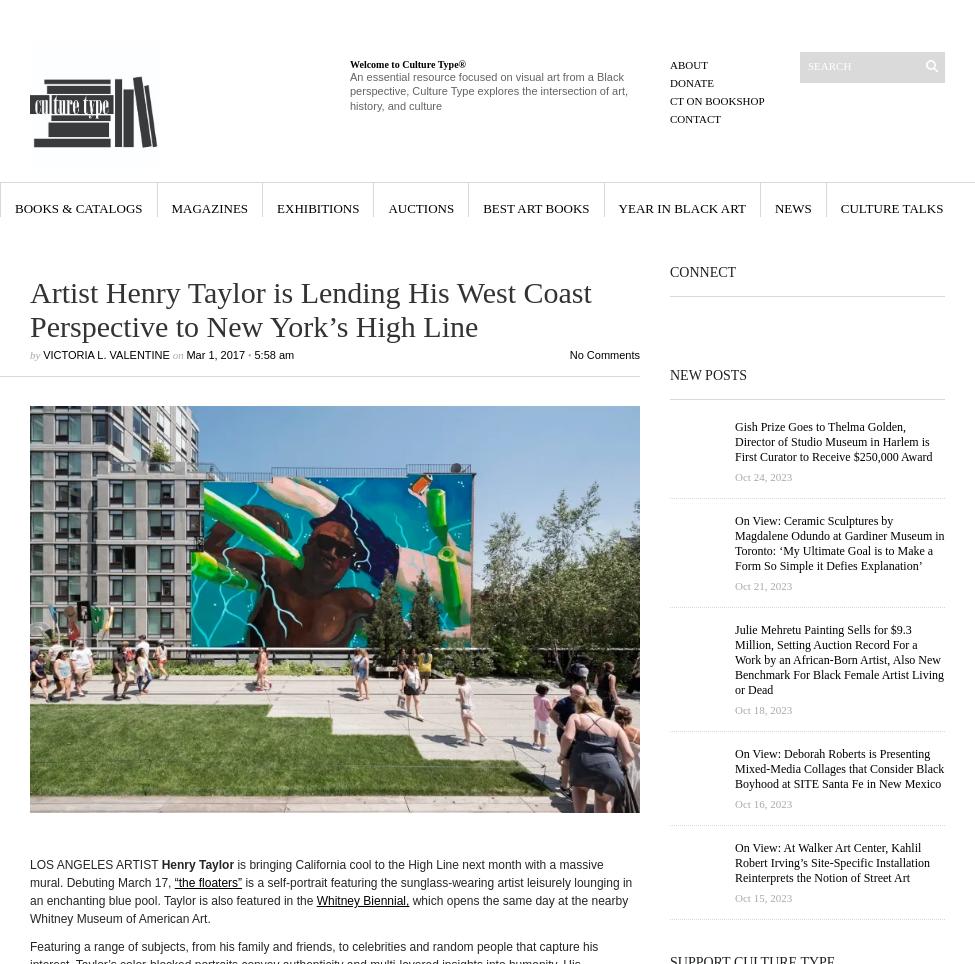 Image resolution: width=975 pixels, height=964 pixels. Describe the element at coordinates (36, 354) in the screenshot. I see `'by'` at that location.